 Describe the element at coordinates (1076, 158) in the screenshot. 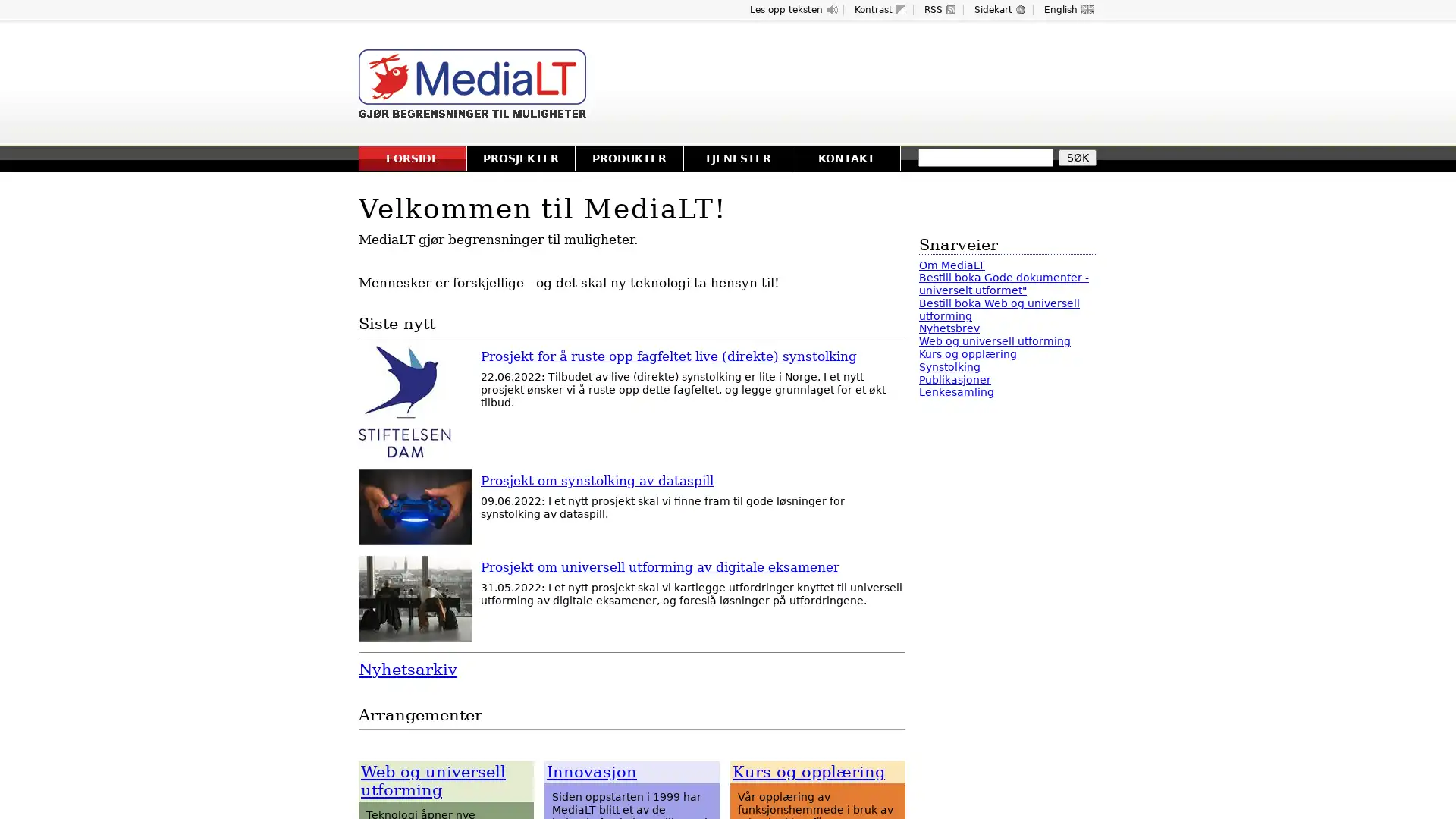

I see `SK` at that location.